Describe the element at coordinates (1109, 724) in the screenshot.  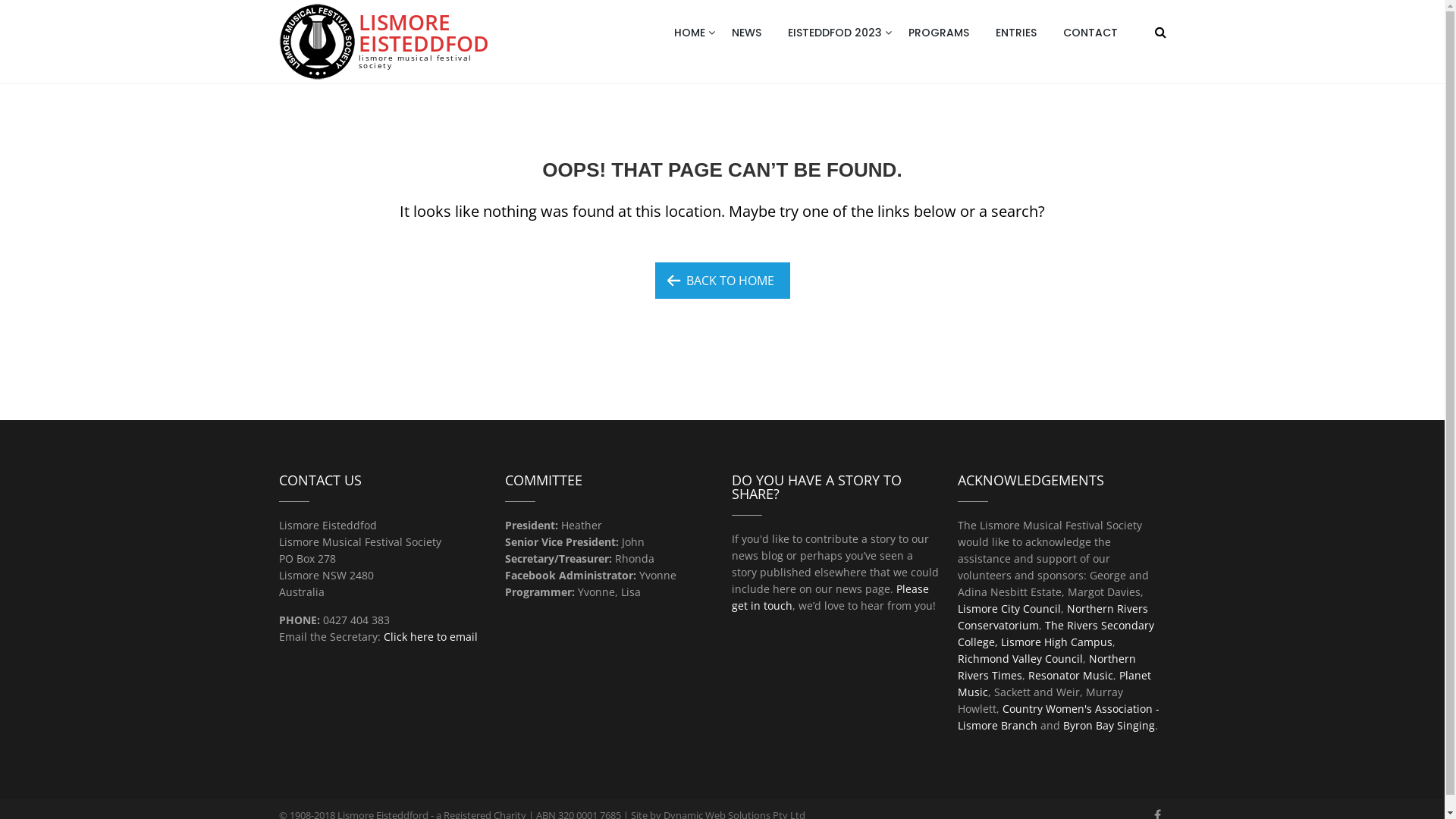
I see `'Byron Bay Singing'` at that location.